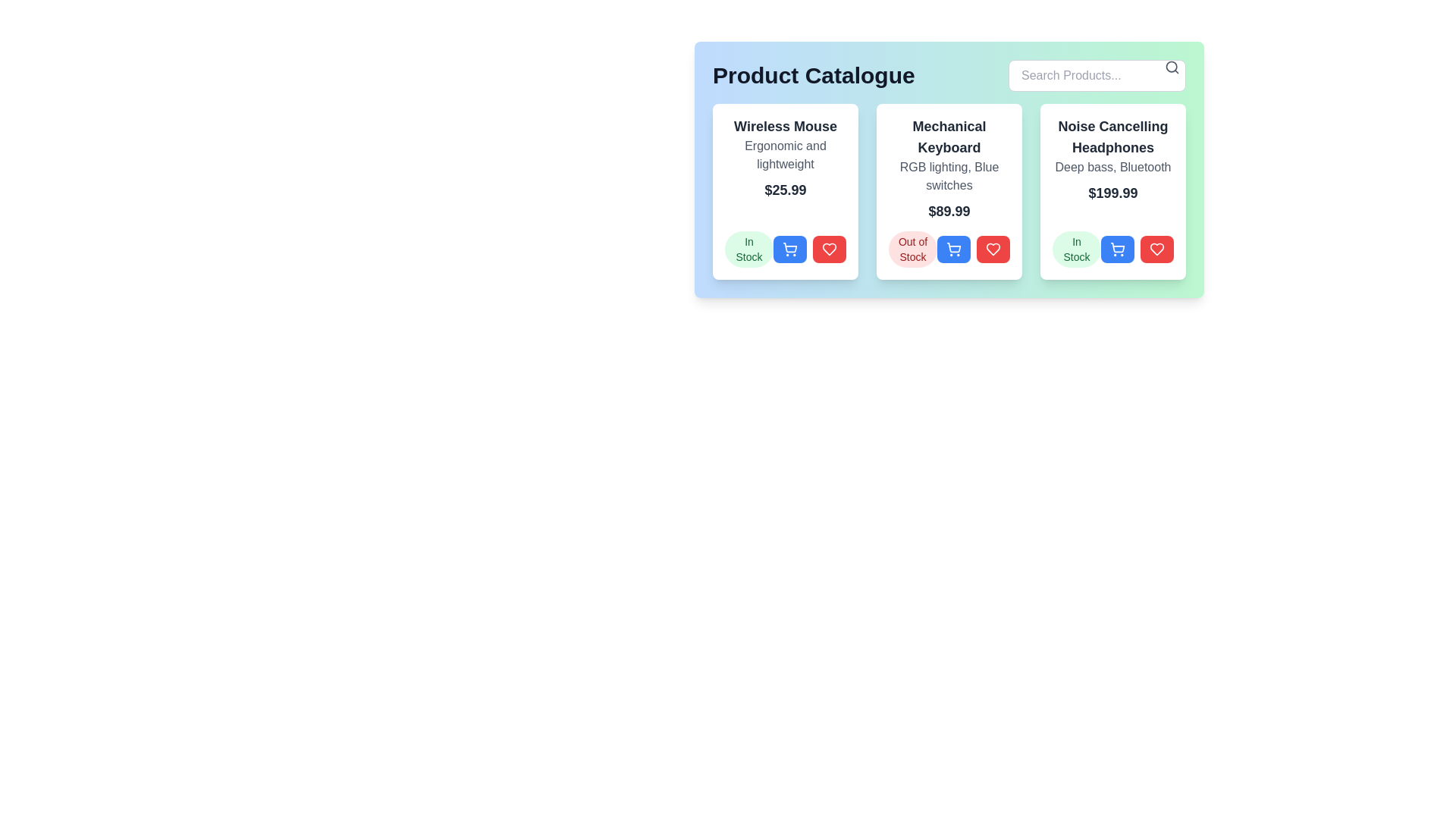 This screenshot has width=1456, height=819. Describe the element at coordinates (949, 175) in the screenshot. I see `the static text displaying 'RGB lighting, Blue switches' located below the title 'Mechanical Keyboard' and above the price '$89.99' in the second product card` at that location.